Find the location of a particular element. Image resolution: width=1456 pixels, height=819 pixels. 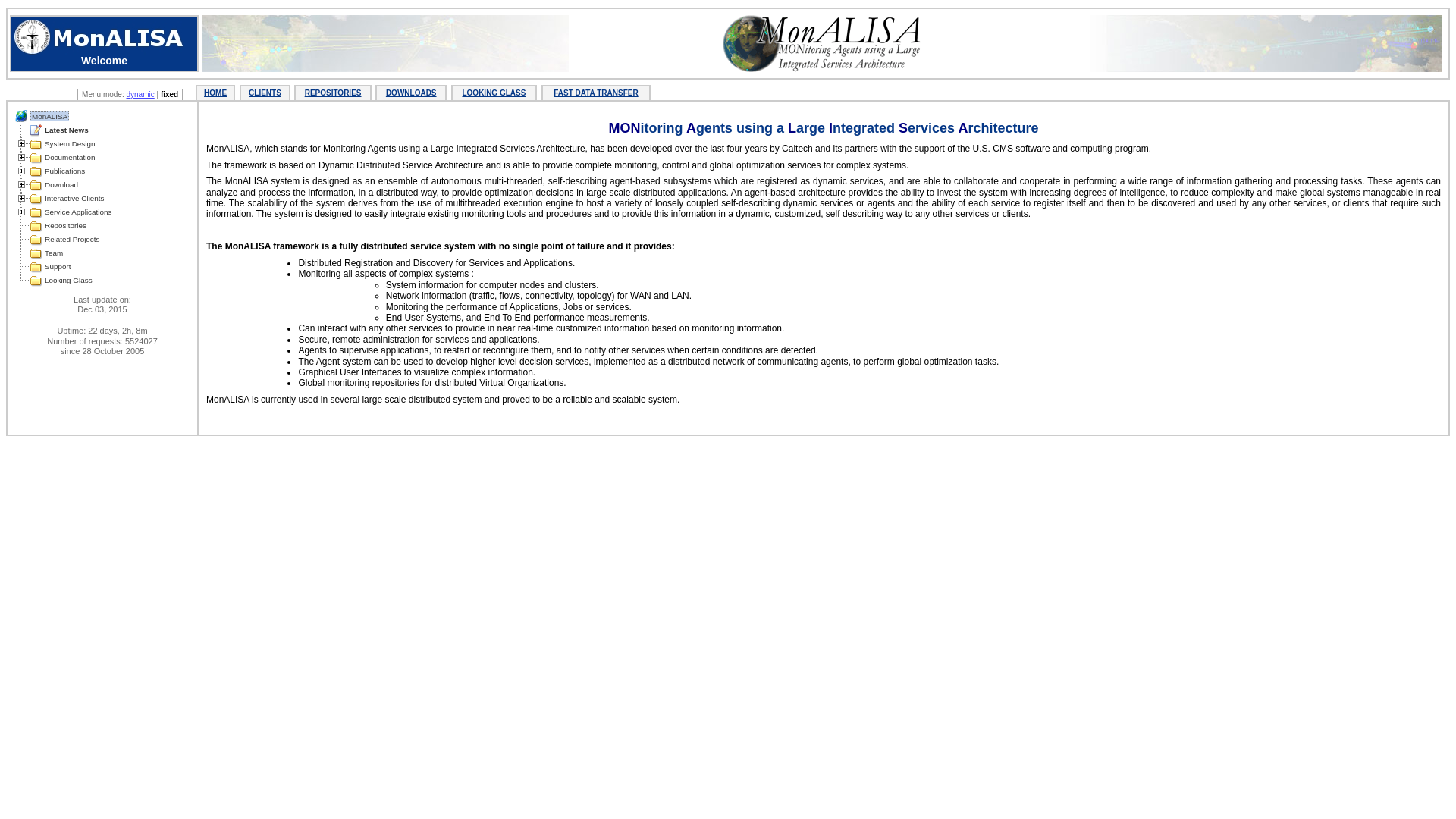

'System Design' is located at coordinates (68, 143).